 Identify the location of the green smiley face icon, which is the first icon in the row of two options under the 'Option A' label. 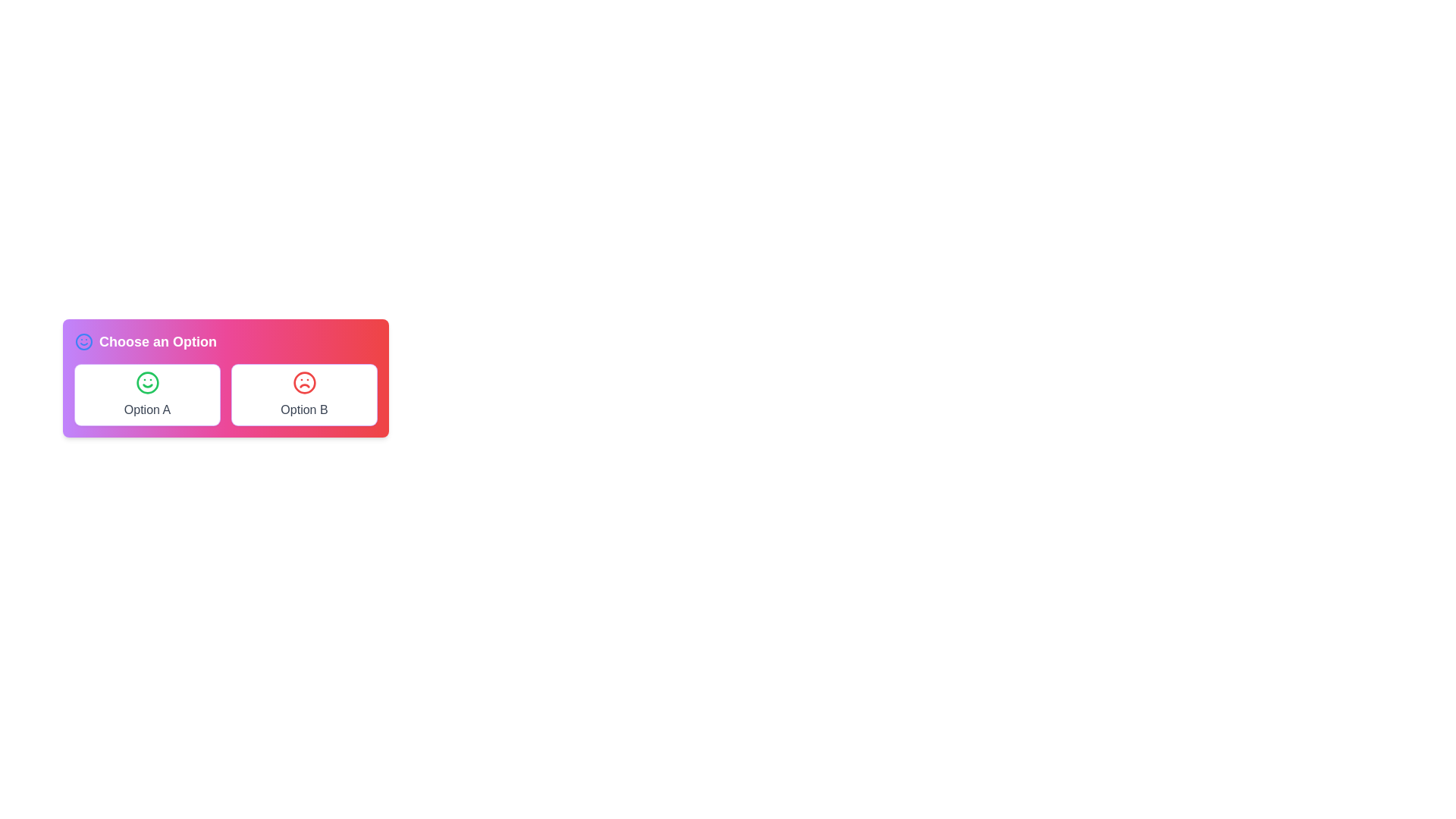
(147, 382).